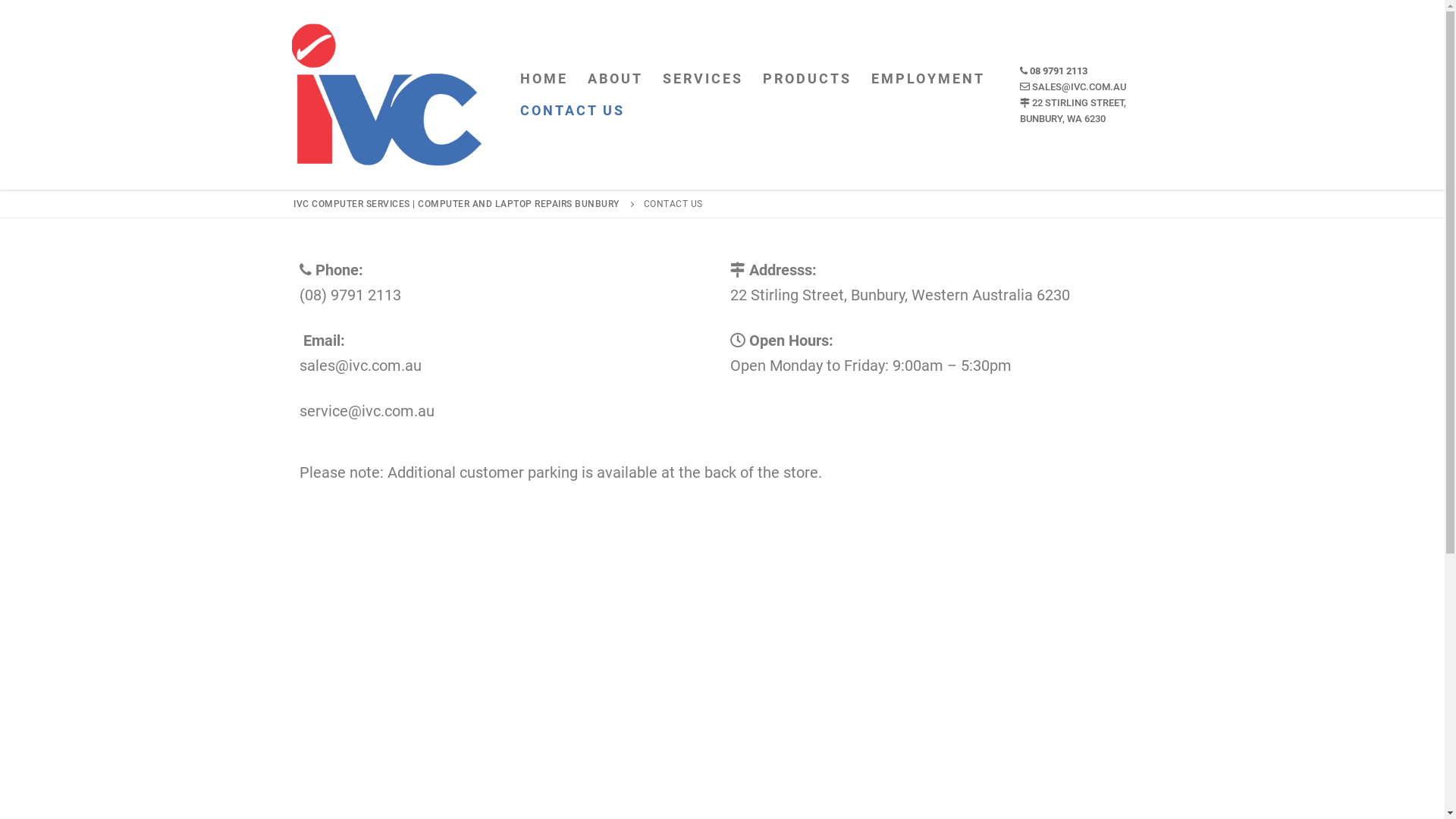  What do you see at coordinates (927, 79) in the screenshot?
I see `'EMPLOYMENT'` at bounding box center [927, 79].